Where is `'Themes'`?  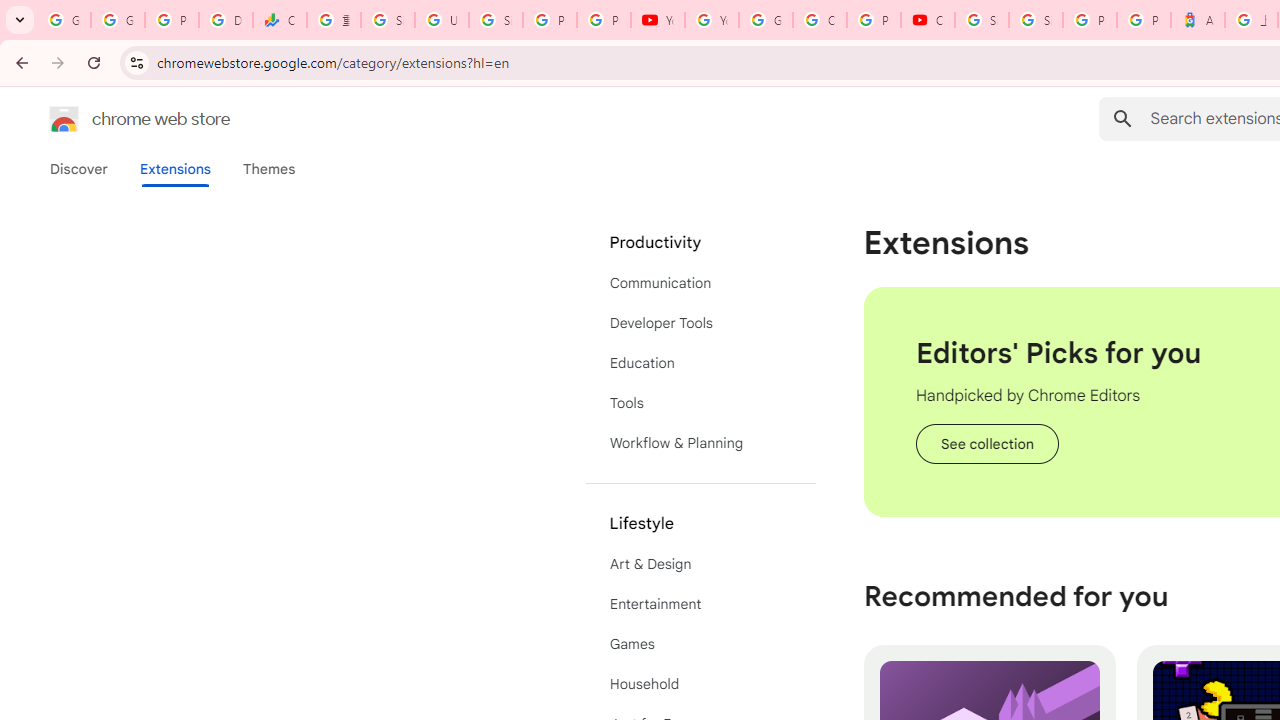 'Themes' is located at coordinates (268, 168).